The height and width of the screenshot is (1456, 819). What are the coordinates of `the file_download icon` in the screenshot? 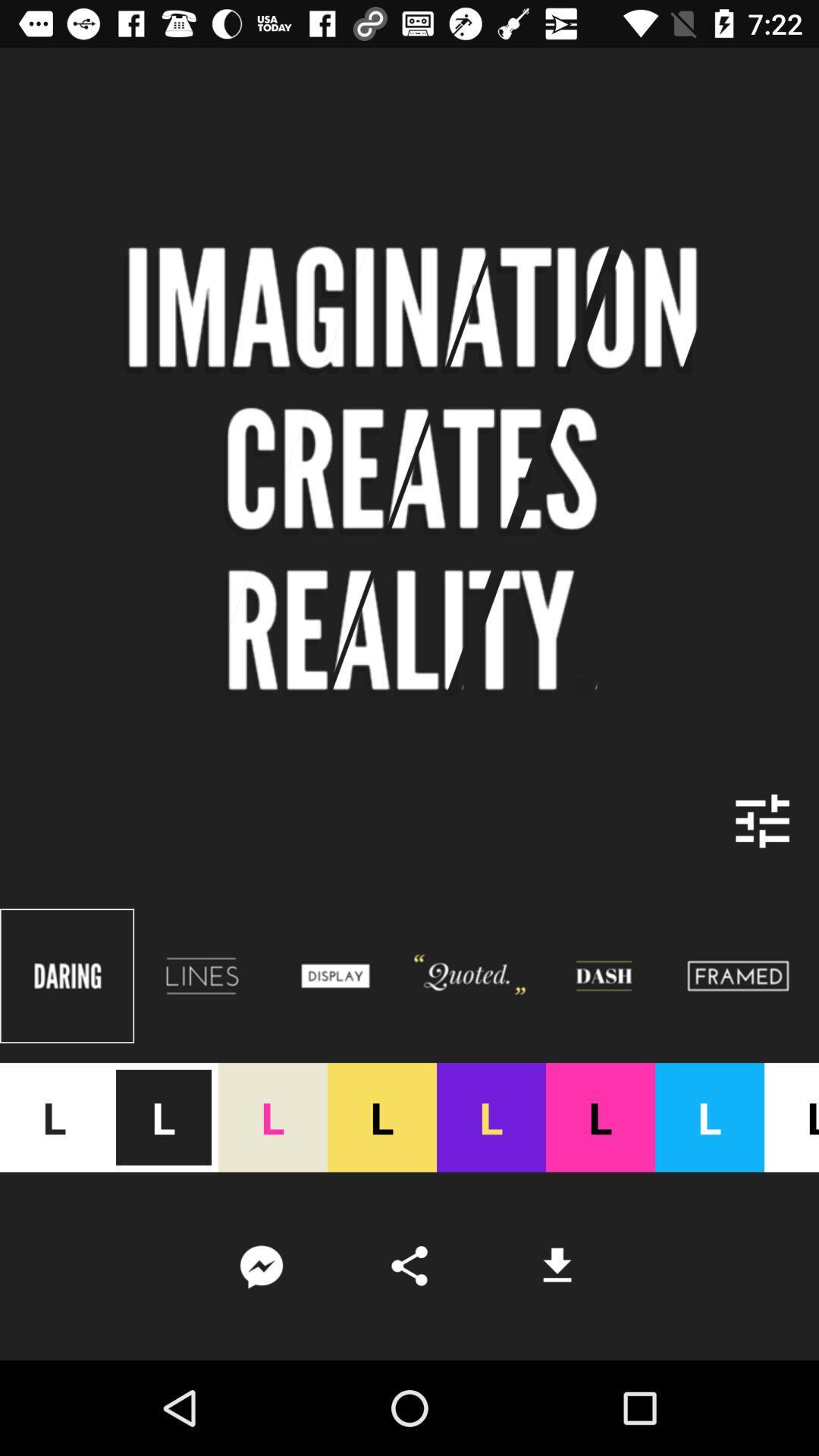 It's located at (557, 1266).